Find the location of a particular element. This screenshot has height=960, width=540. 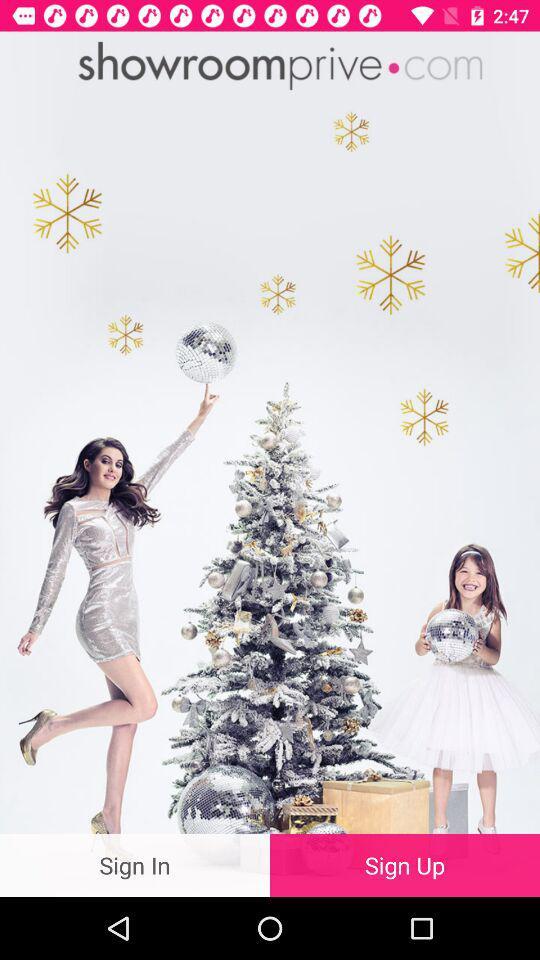

the item at the bottom right corner is located at coordinates (405, 864).